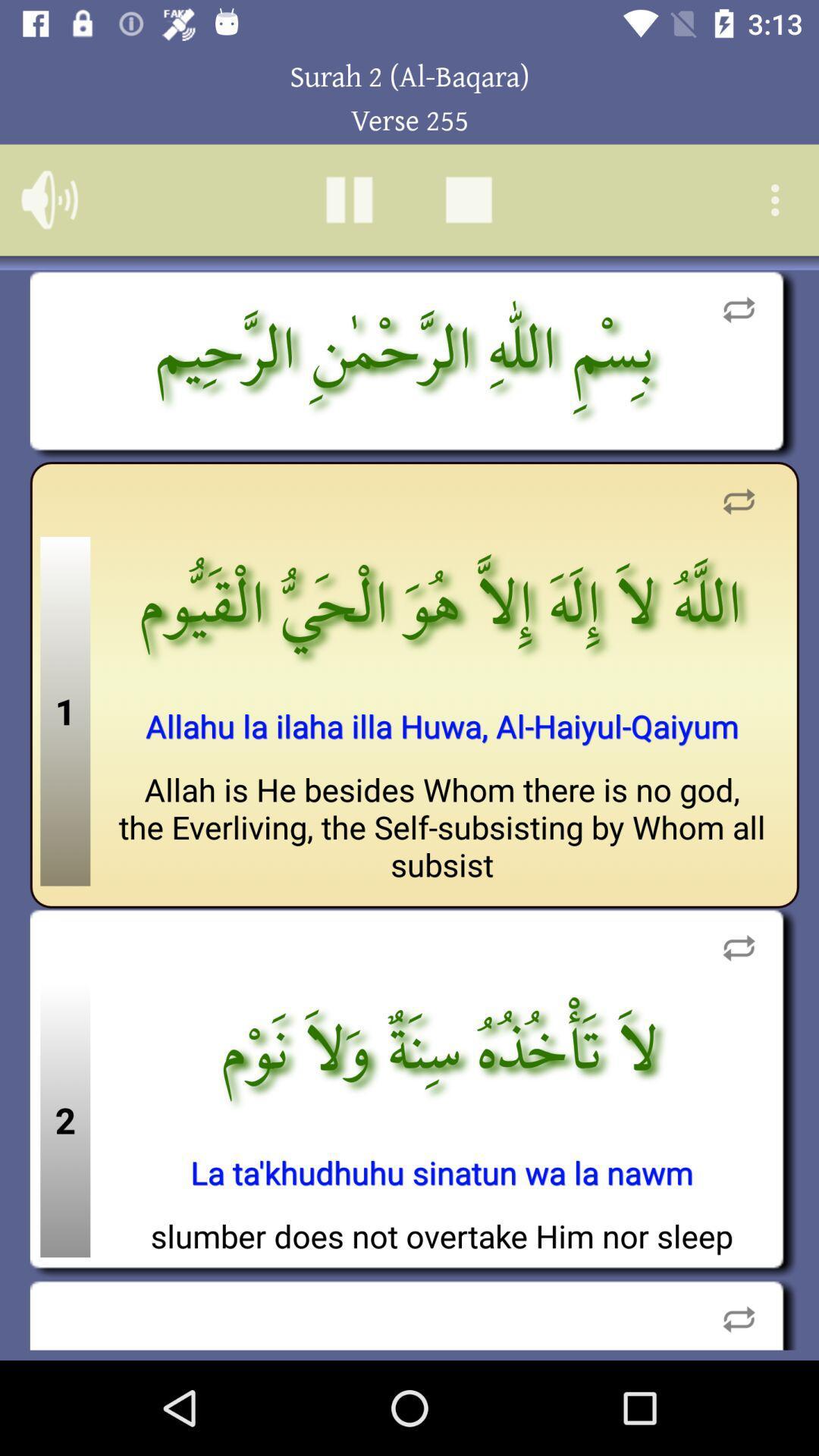 This screenshot has height=1456, width=819. What do you see at coordinates (349, 199) in the screenshot?
I see `pause` at bounding box center [349, 199].